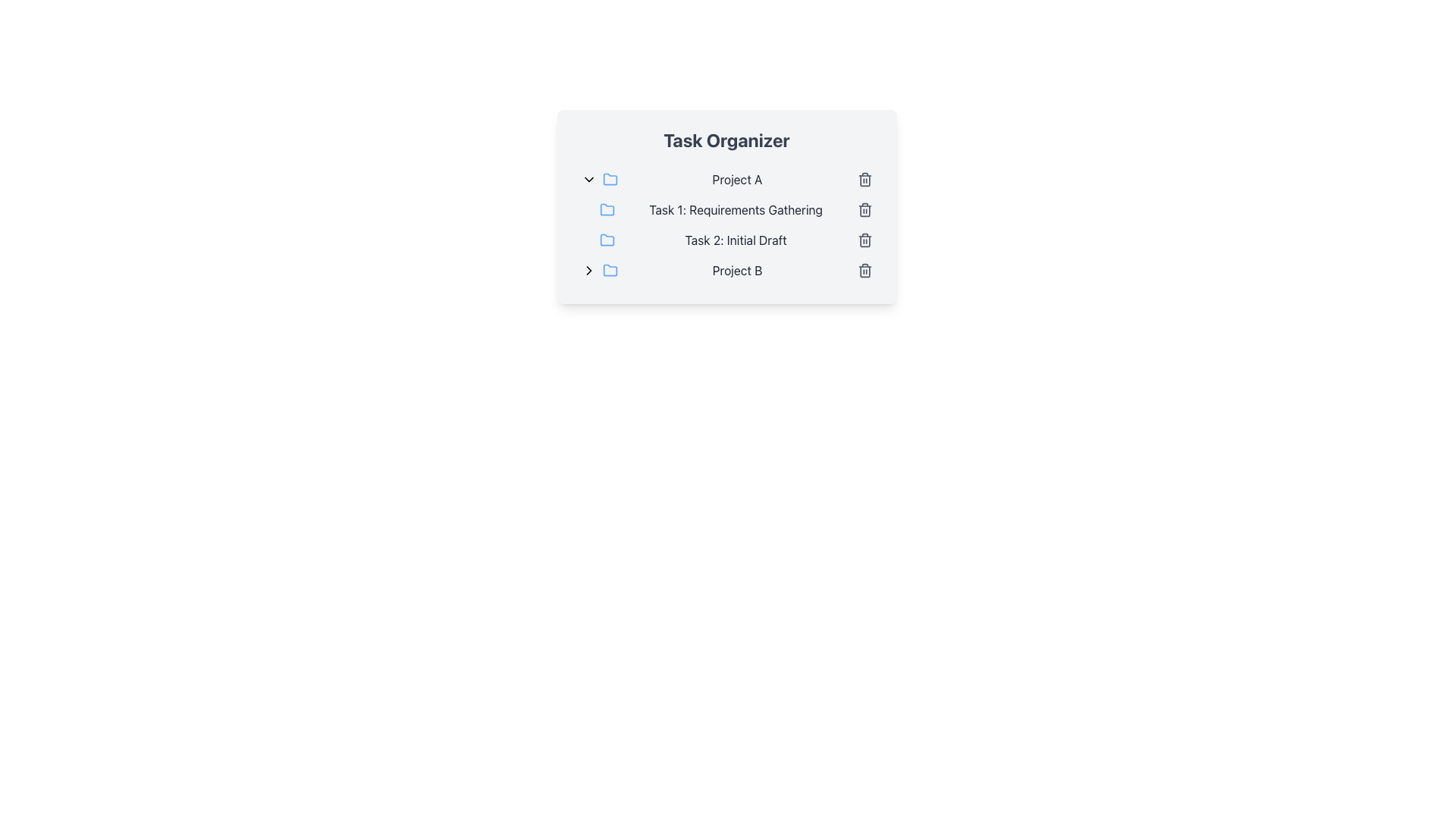 This screenshot has height=819, width=1456. Describe the element at coordinates (607, 210) in the screenshot. I see `the folder icon with a blue outline associated with the task 'Task 1: Requirements Gathering'` at that location.